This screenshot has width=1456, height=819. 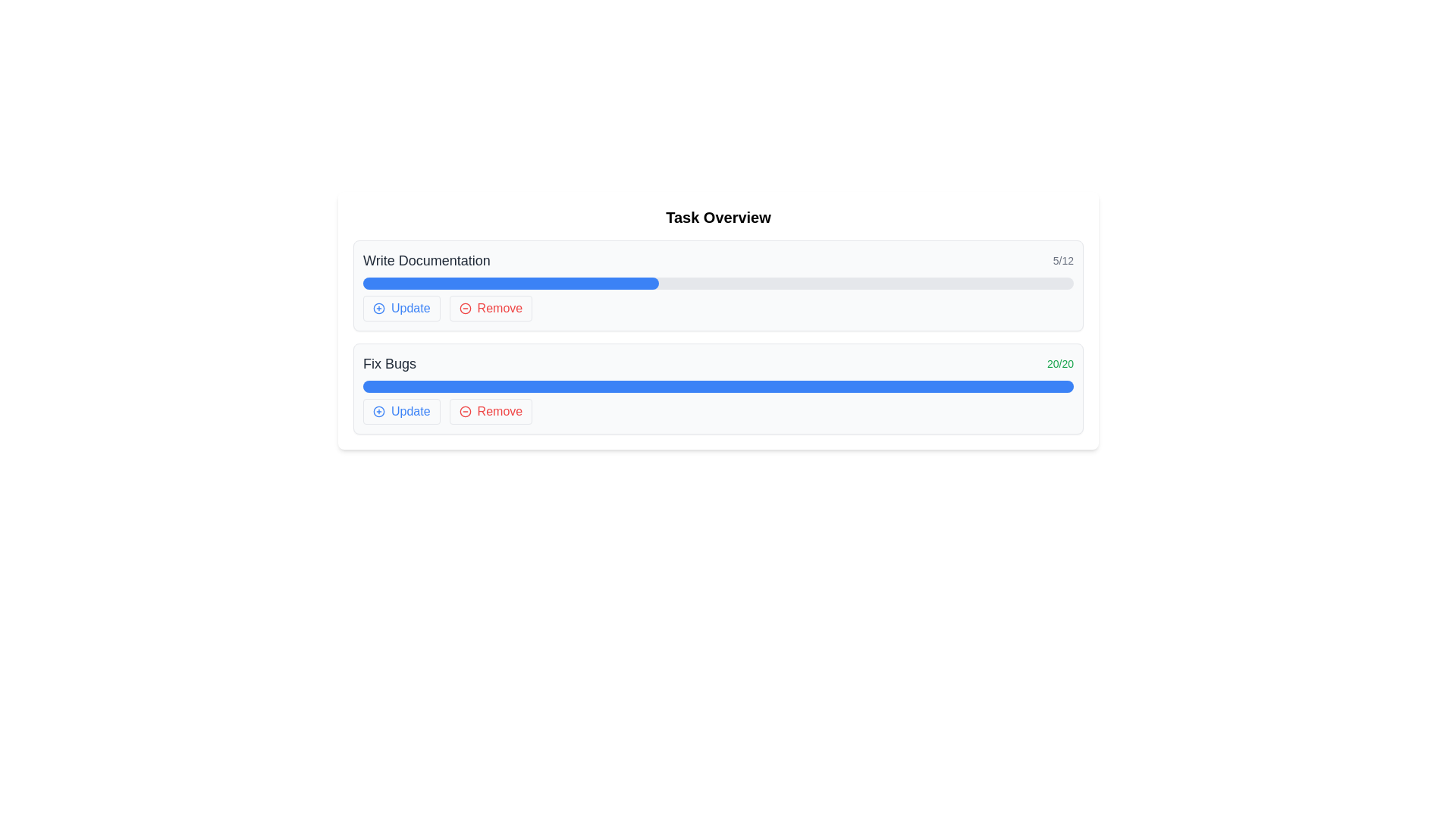 I want to click on the 'Remove' button in the Button group for managing tasks related to 'Write Documentation', so click(x=717, y=308).